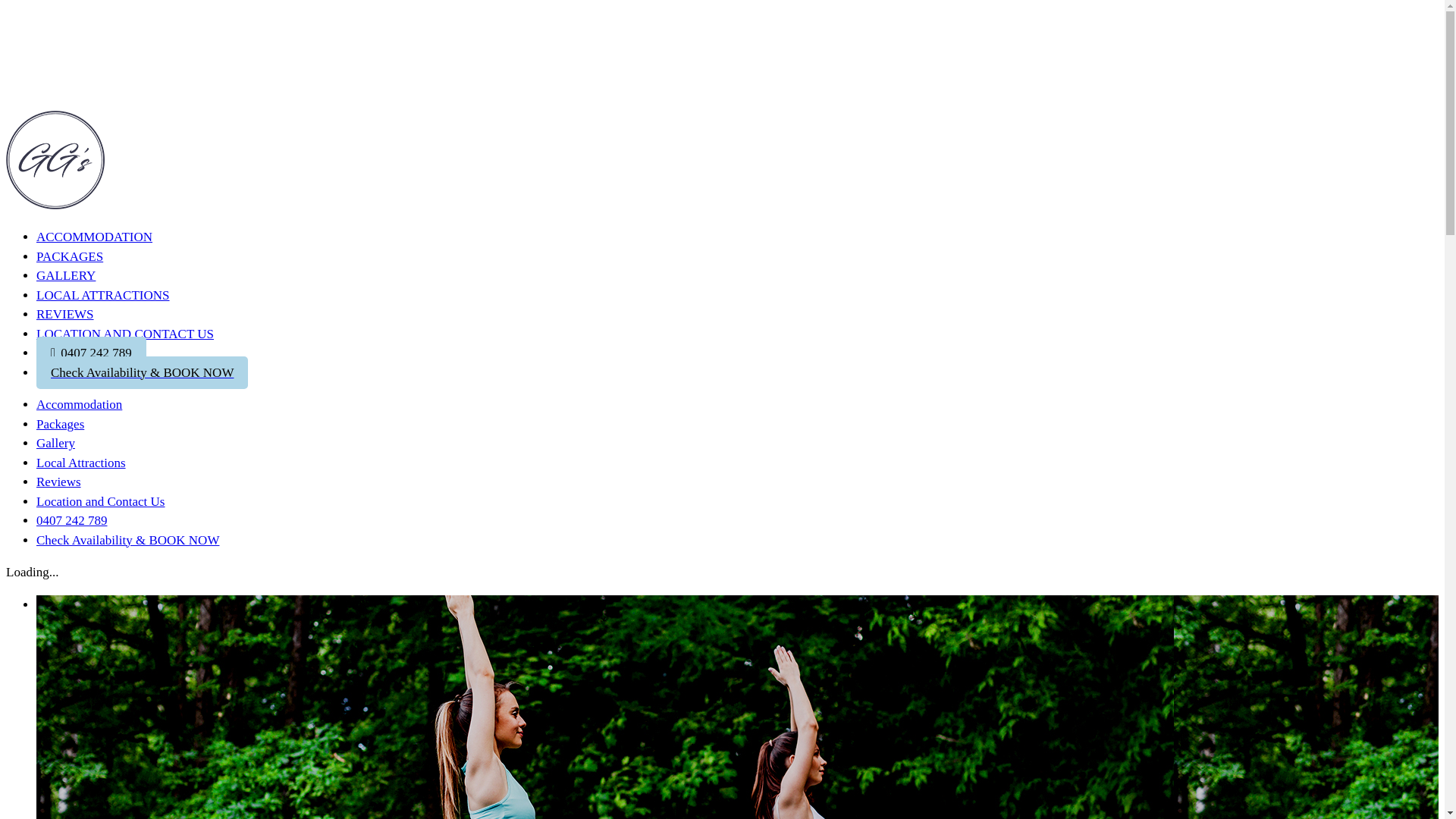  Describe the element at coordinates (5, 5) in the screenshot. I see `'Skip to content'` at that location.